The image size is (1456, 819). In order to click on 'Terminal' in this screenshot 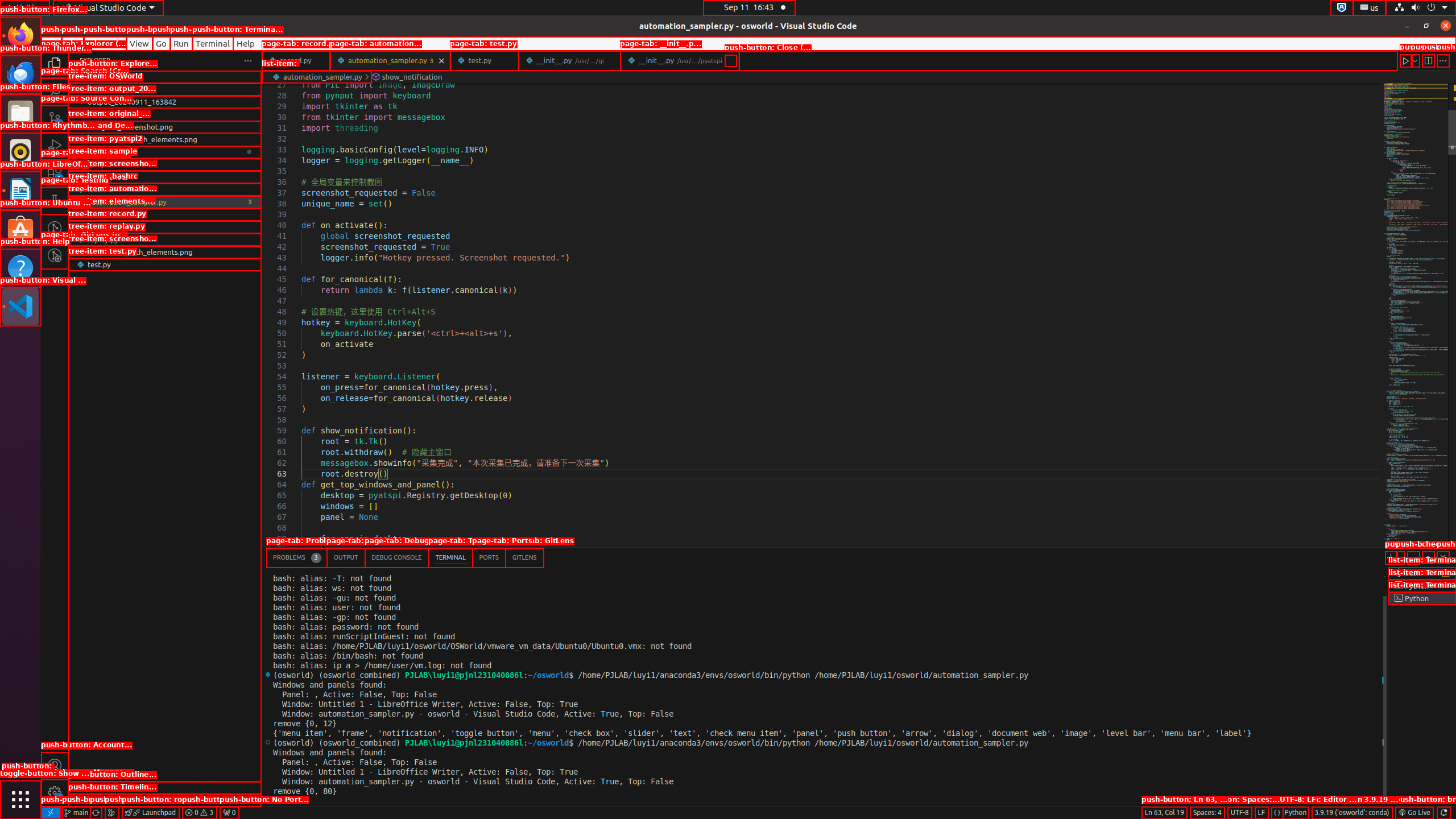, I will do `click(213, 43)`.